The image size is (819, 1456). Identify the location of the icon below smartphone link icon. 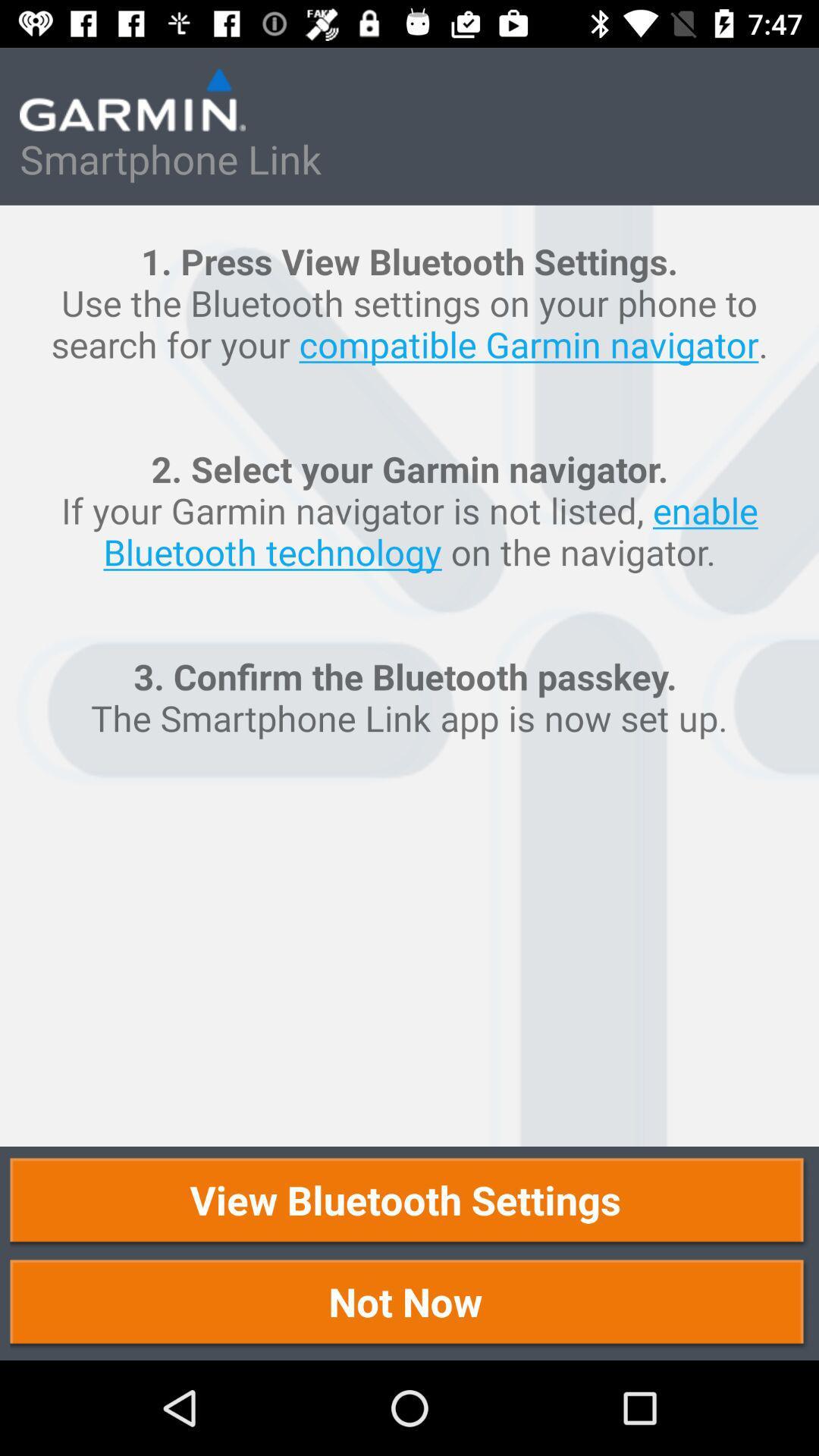
(409, 675).